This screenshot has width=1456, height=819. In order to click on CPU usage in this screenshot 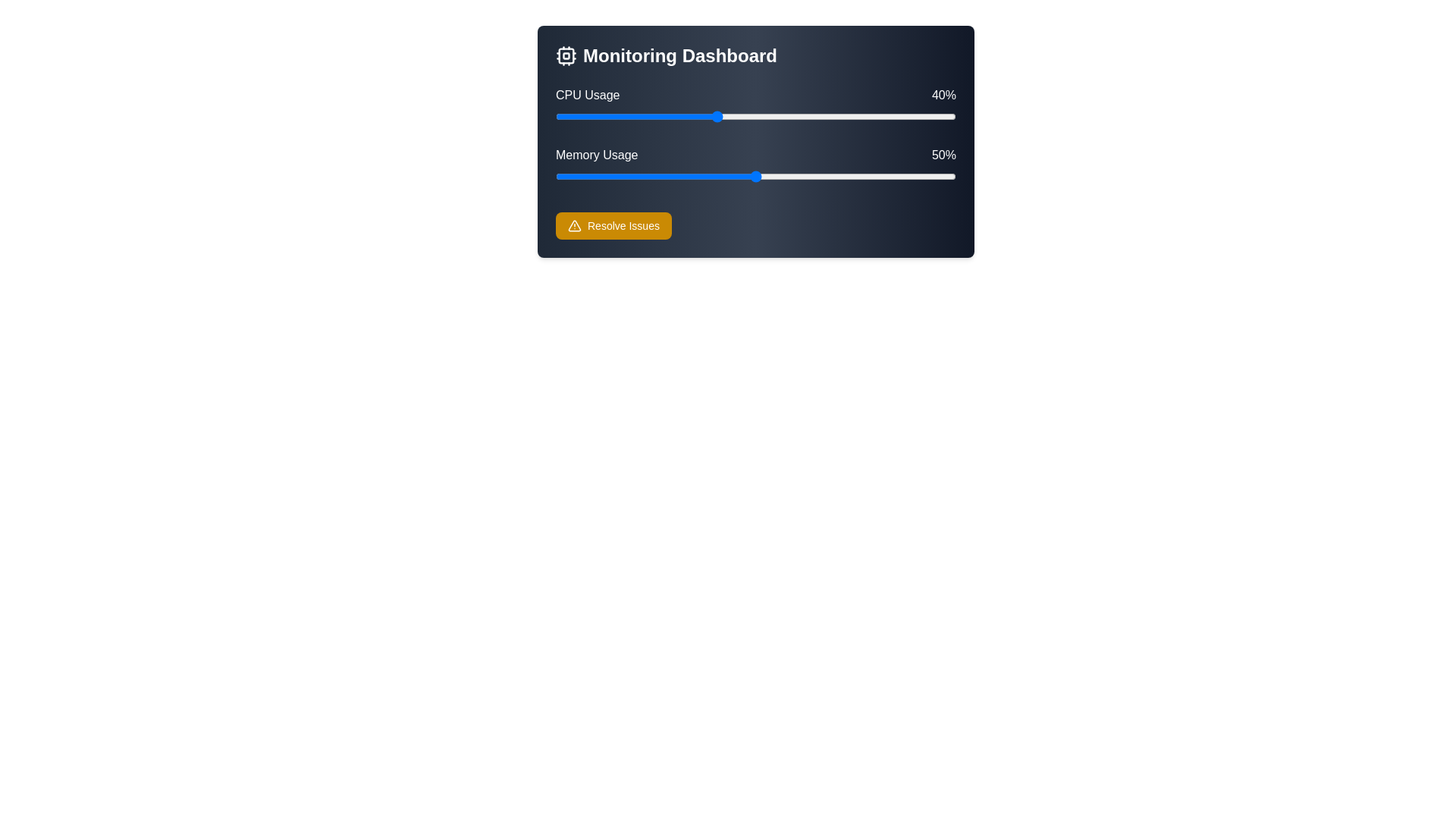, I will do `click(744, 116)`.